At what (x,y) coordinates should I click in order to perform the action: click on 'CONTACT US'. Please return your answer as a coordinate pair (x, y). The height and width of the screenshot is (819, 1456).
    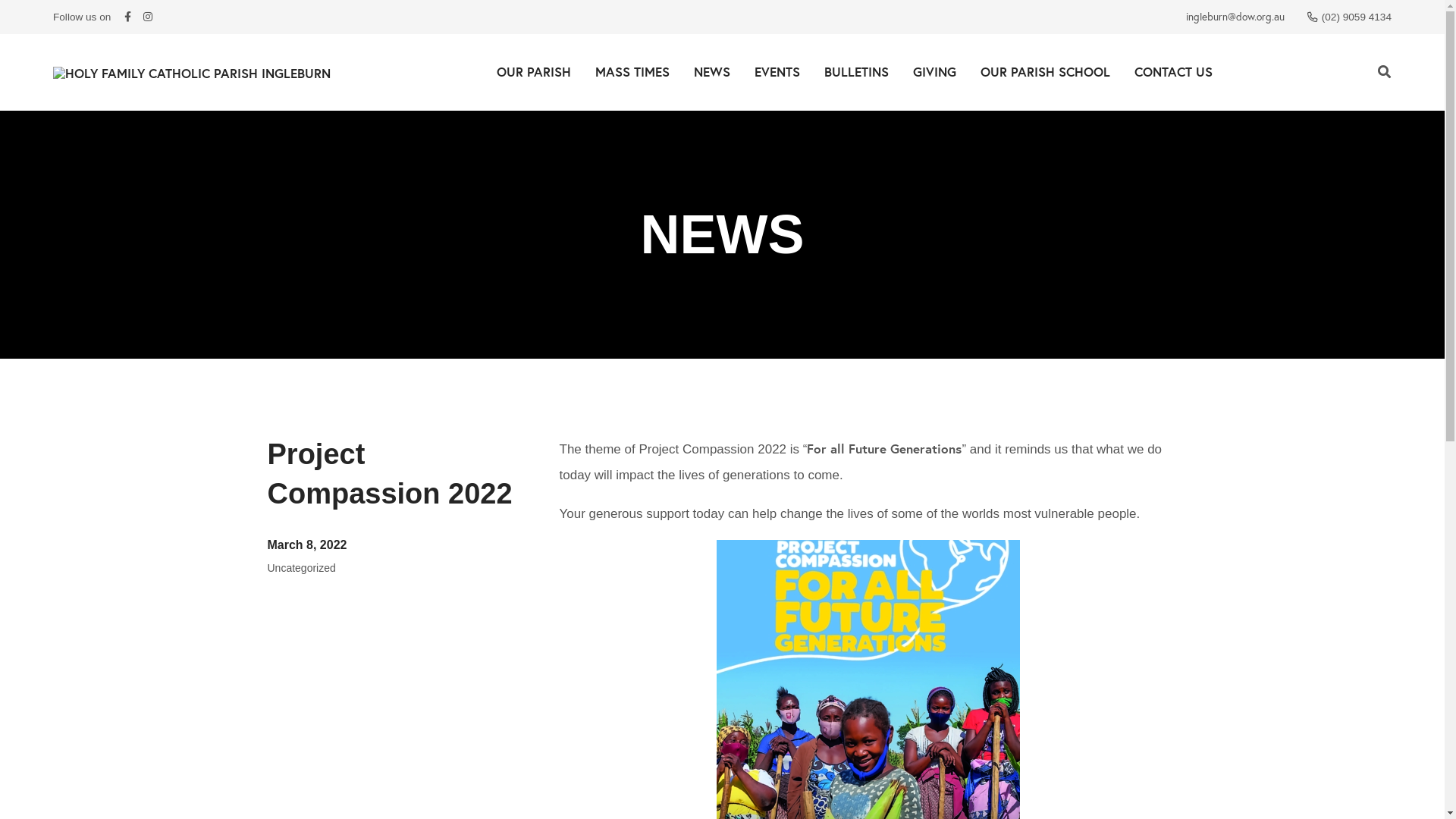
    Looking at the image, I should click on (1172, 71).